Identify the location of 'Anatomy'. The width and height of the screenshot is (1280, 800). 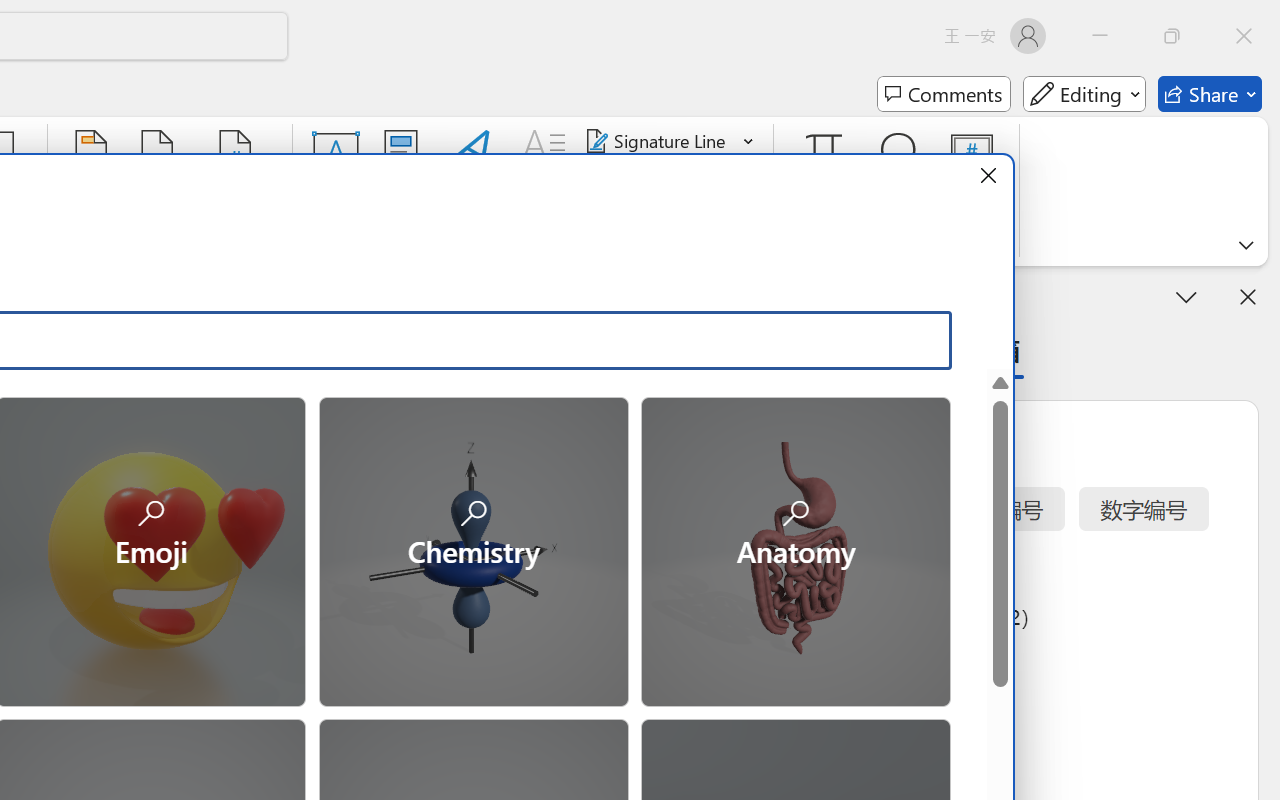
(794, 549).